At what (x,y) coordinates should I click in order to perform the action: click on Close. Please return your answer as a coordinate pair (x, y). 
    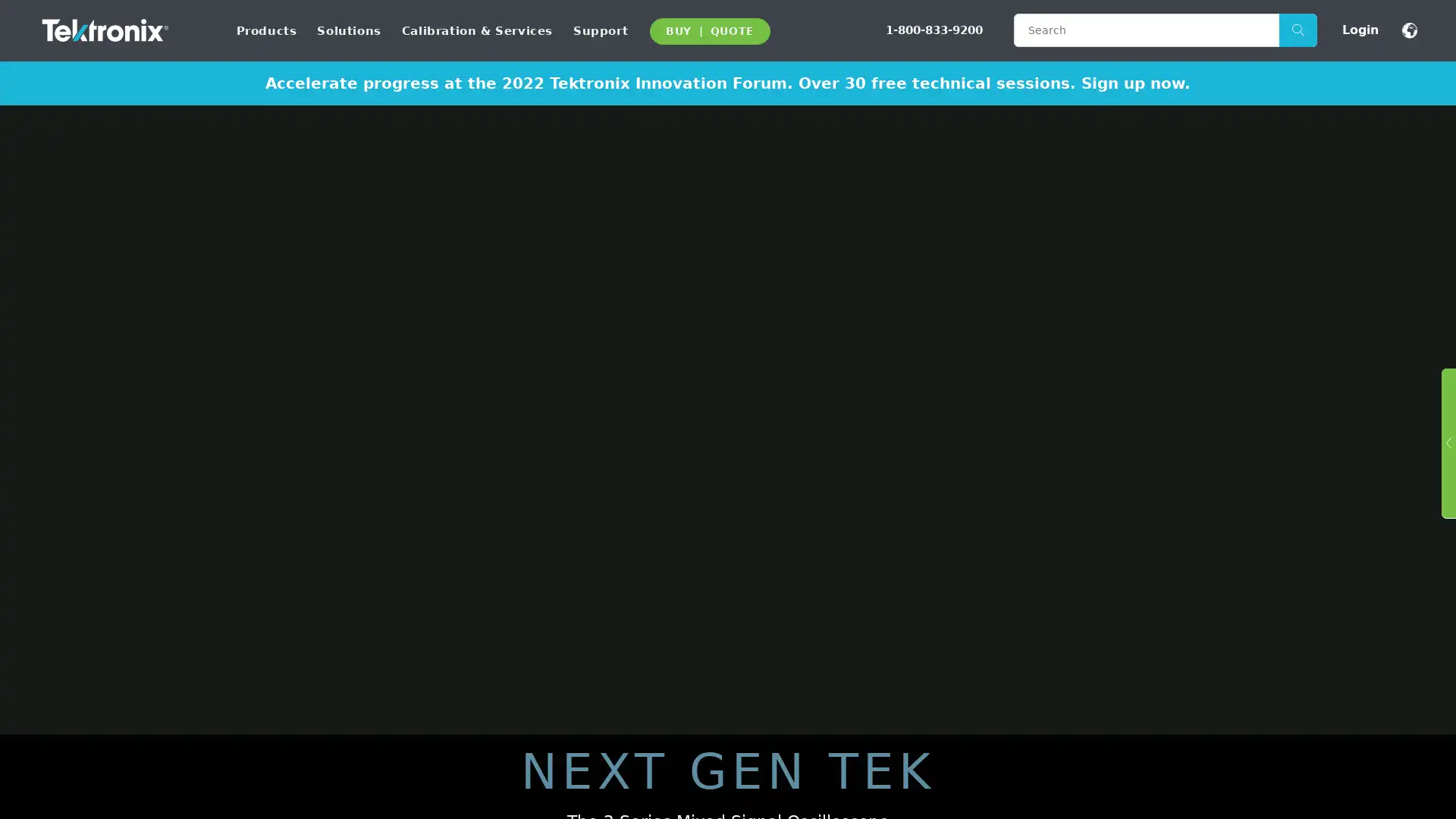
    Looking at the image, I should click on (1430, 785).